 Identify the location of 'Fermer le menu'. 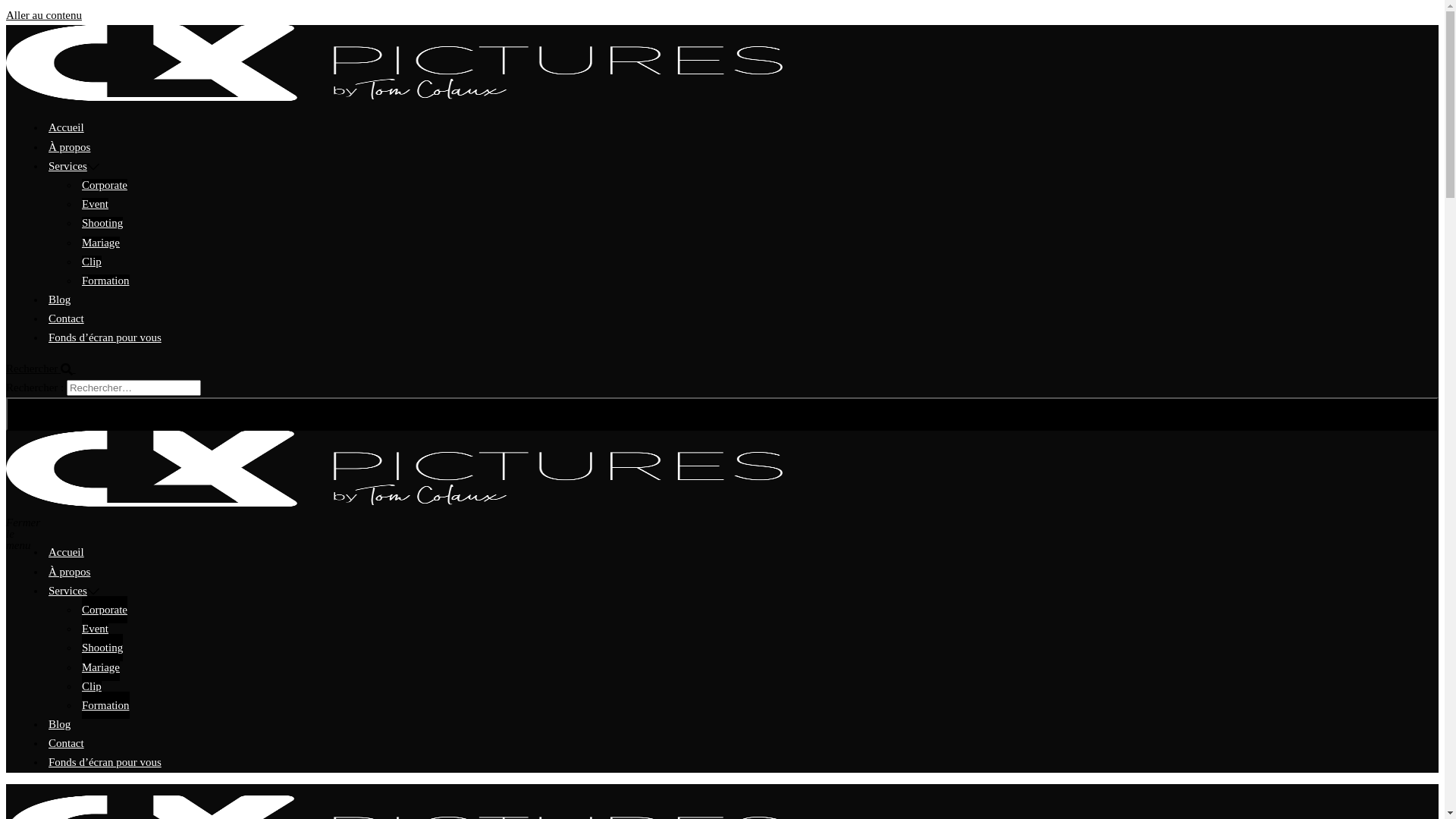
(11, 520).